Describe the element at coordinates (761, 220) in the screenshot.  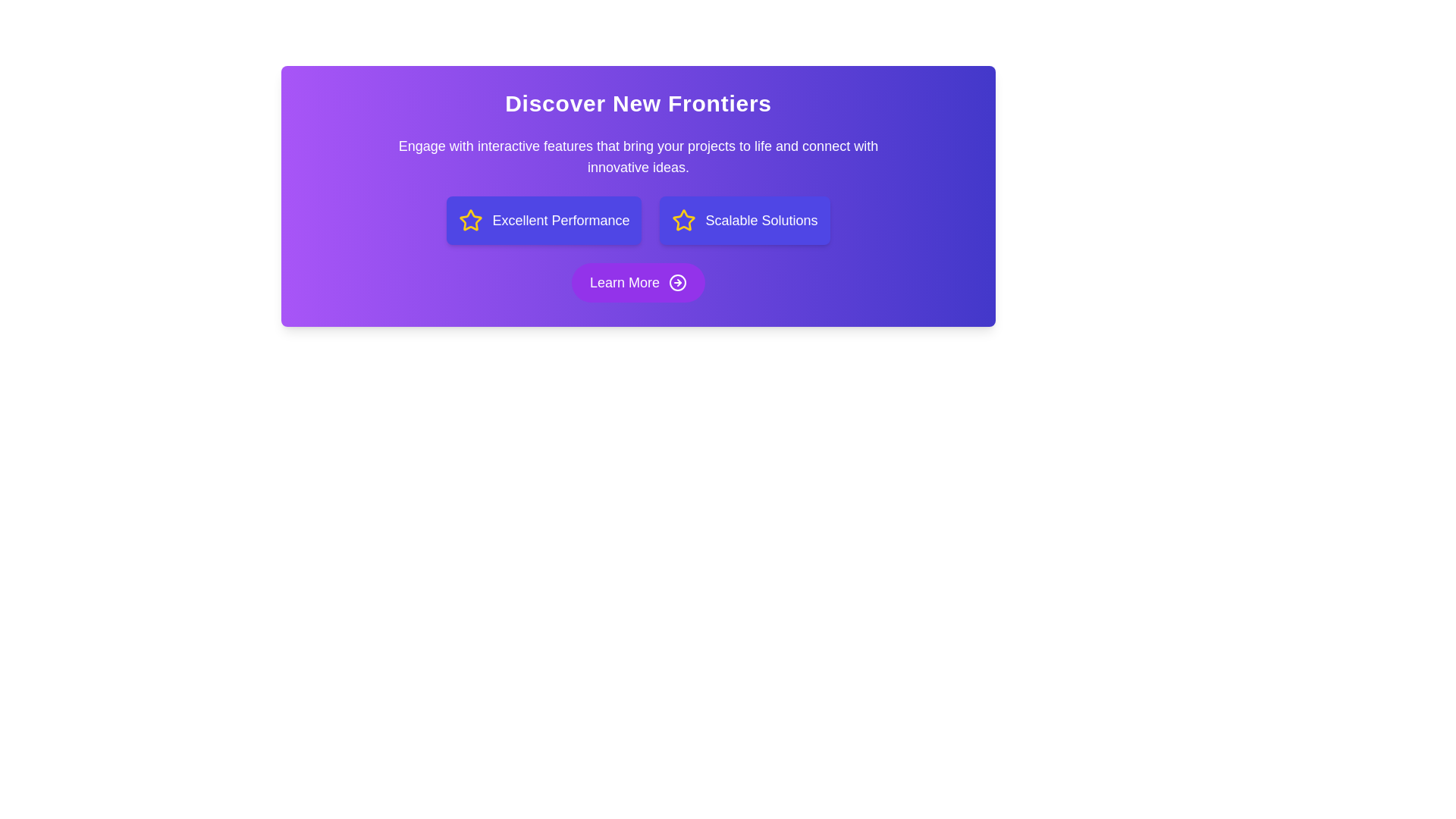
I see `the text label 'Scalable Solutions', which is styled in white and positioned on a blue gradient background, located to the right of a yellow star icon` at that location.